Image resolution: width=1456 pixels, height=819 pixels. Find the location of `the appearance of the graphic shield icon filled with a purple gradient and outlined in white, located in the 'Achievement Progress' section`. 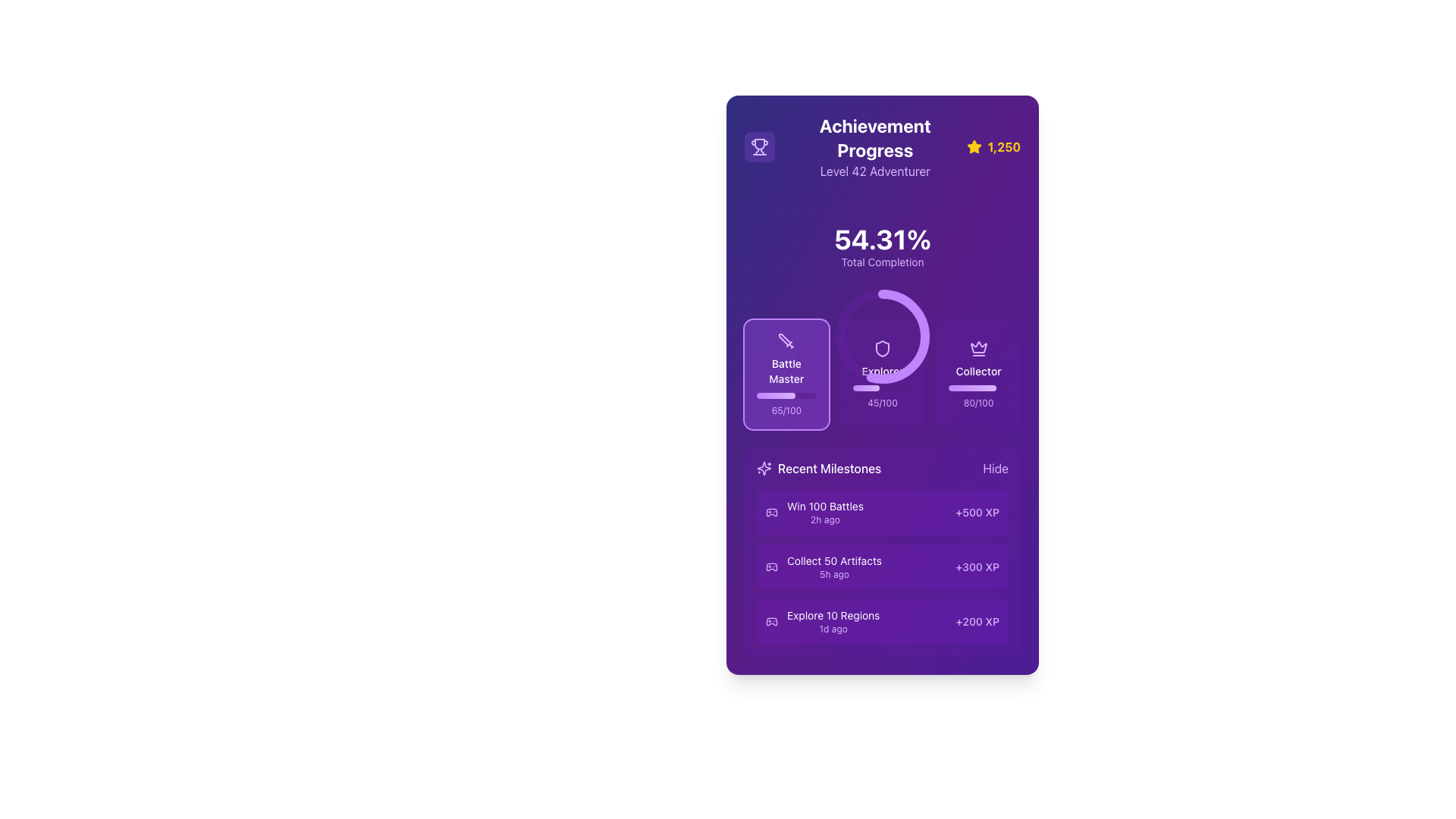

the appearance of the graphic shield icon filled with a purple gradient and outlined in white, located in the 'Achievement Progress' section is located at coordinates (882, 348).